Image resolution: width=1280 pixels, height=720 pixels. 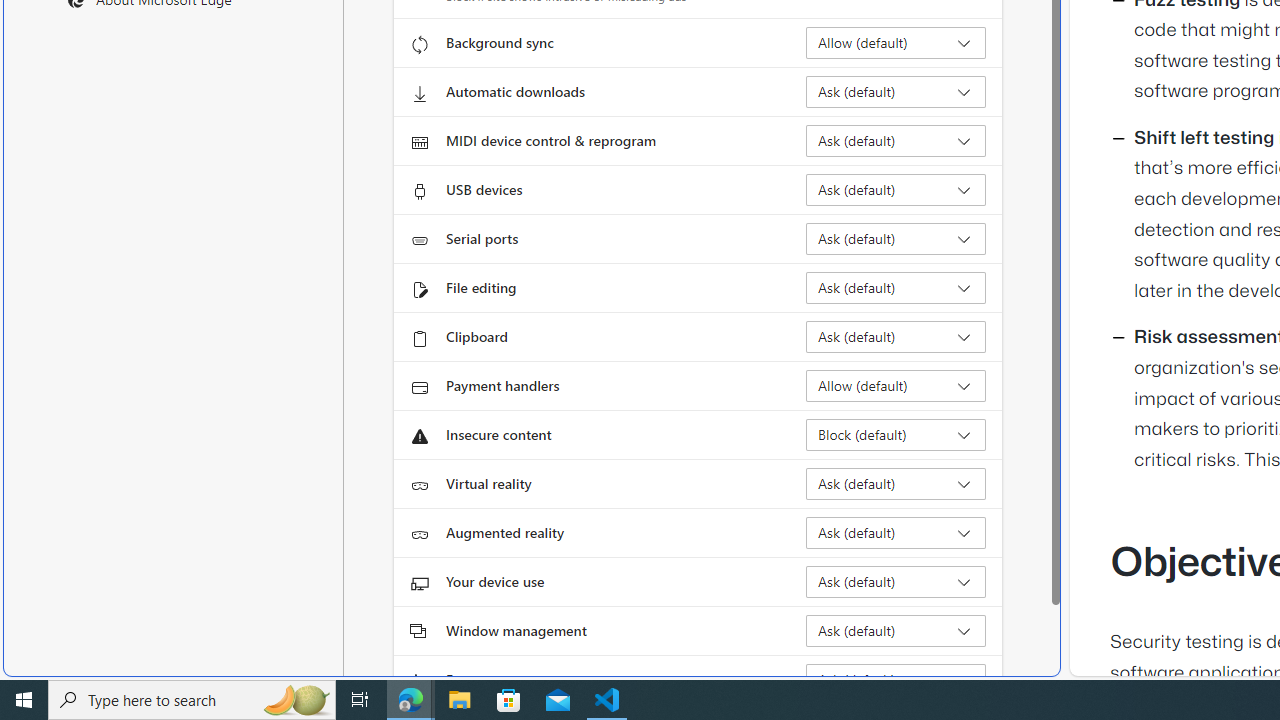 What do you see at coordinates (895, 335) in the screenshot?
I see `'Clipboard Ask (default)'` at bounding box center [895, 335].